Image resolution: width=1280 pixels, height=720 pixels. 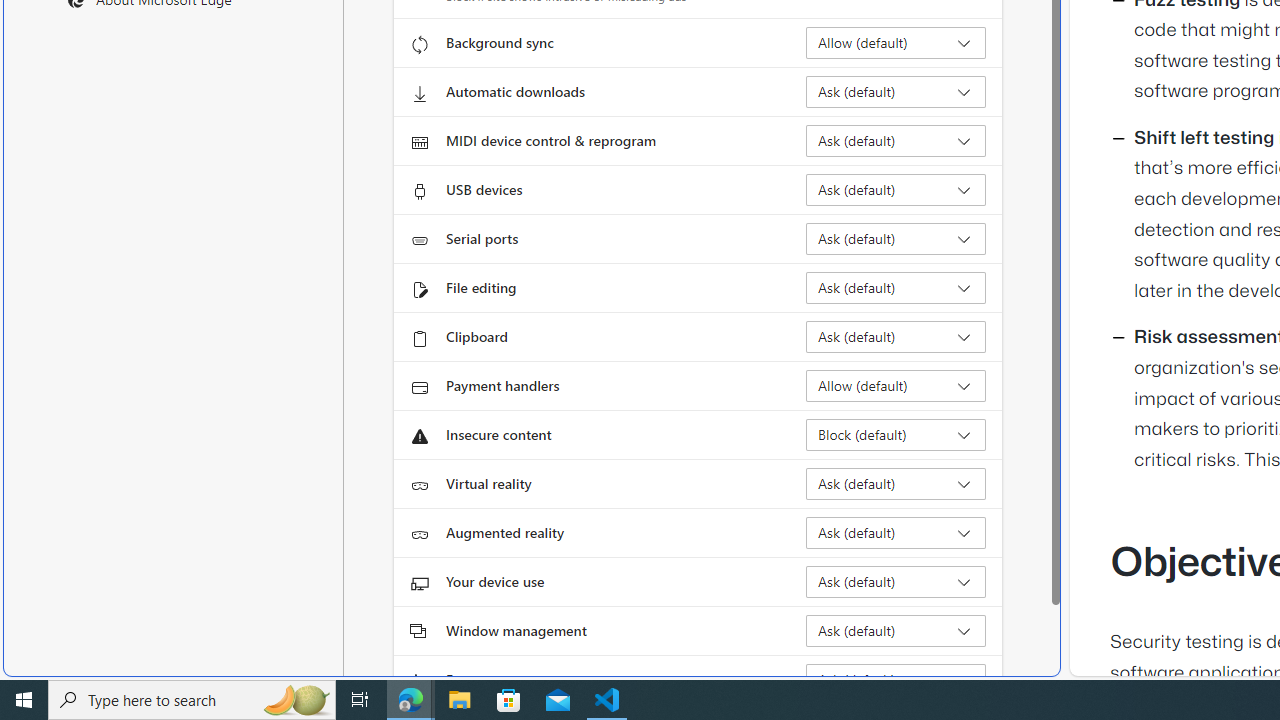 What do you see at coordinates (895, 335) in the screenshot?
I see `'Clipboard Ask (default)'` at bounding box center [895, 335].